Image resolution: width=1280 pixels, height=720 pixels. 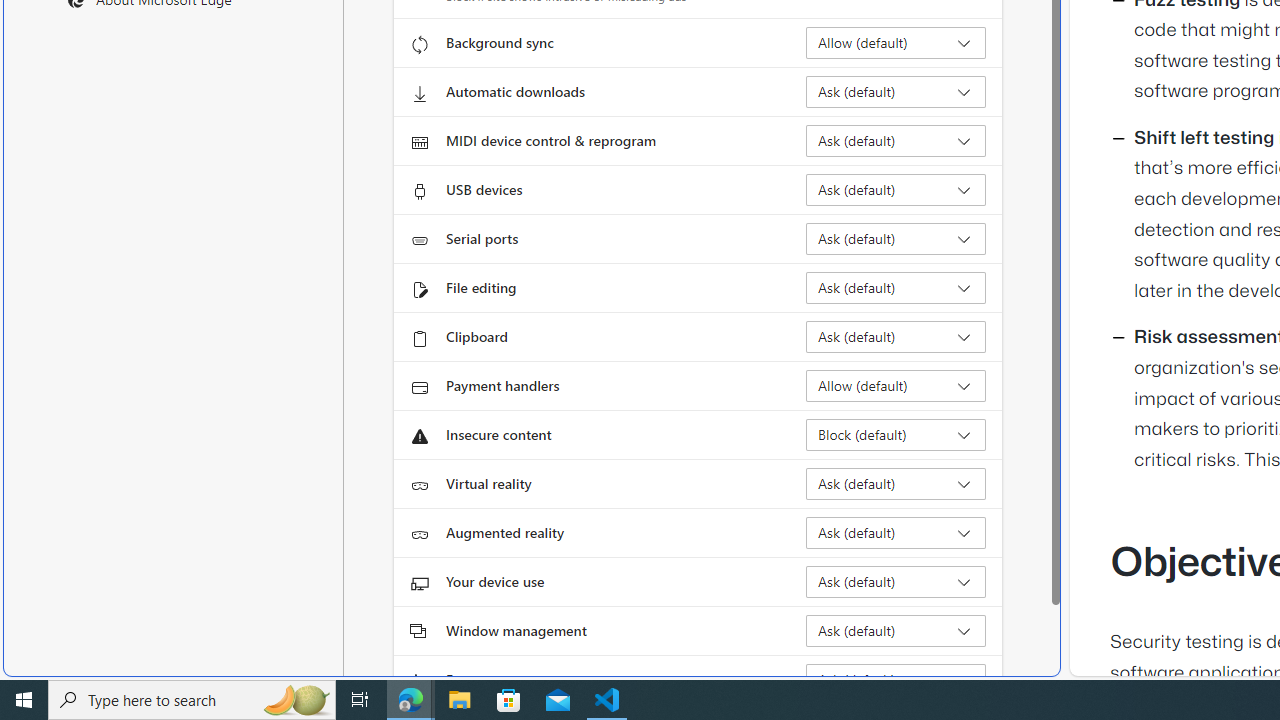 What do you see at coordinates (895, 335) in the screenshot?
I see `'Clipboard Ask (default)'` at bounding box center [895, 335].